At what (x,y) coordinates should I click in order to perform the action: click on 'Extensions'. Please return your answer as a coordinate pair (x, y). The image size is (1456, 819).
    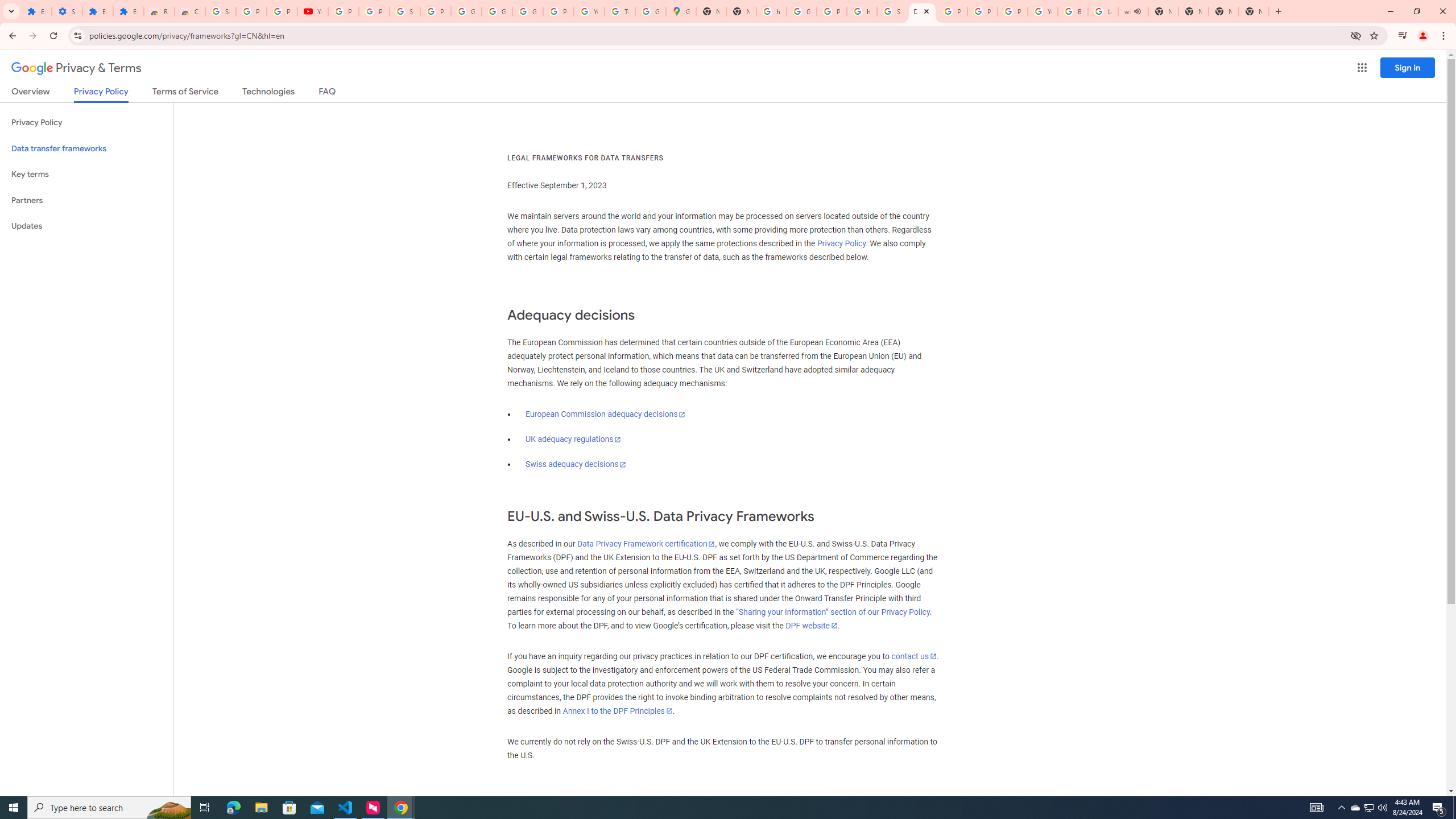
    Looking at the image, I should click on (97, 11).